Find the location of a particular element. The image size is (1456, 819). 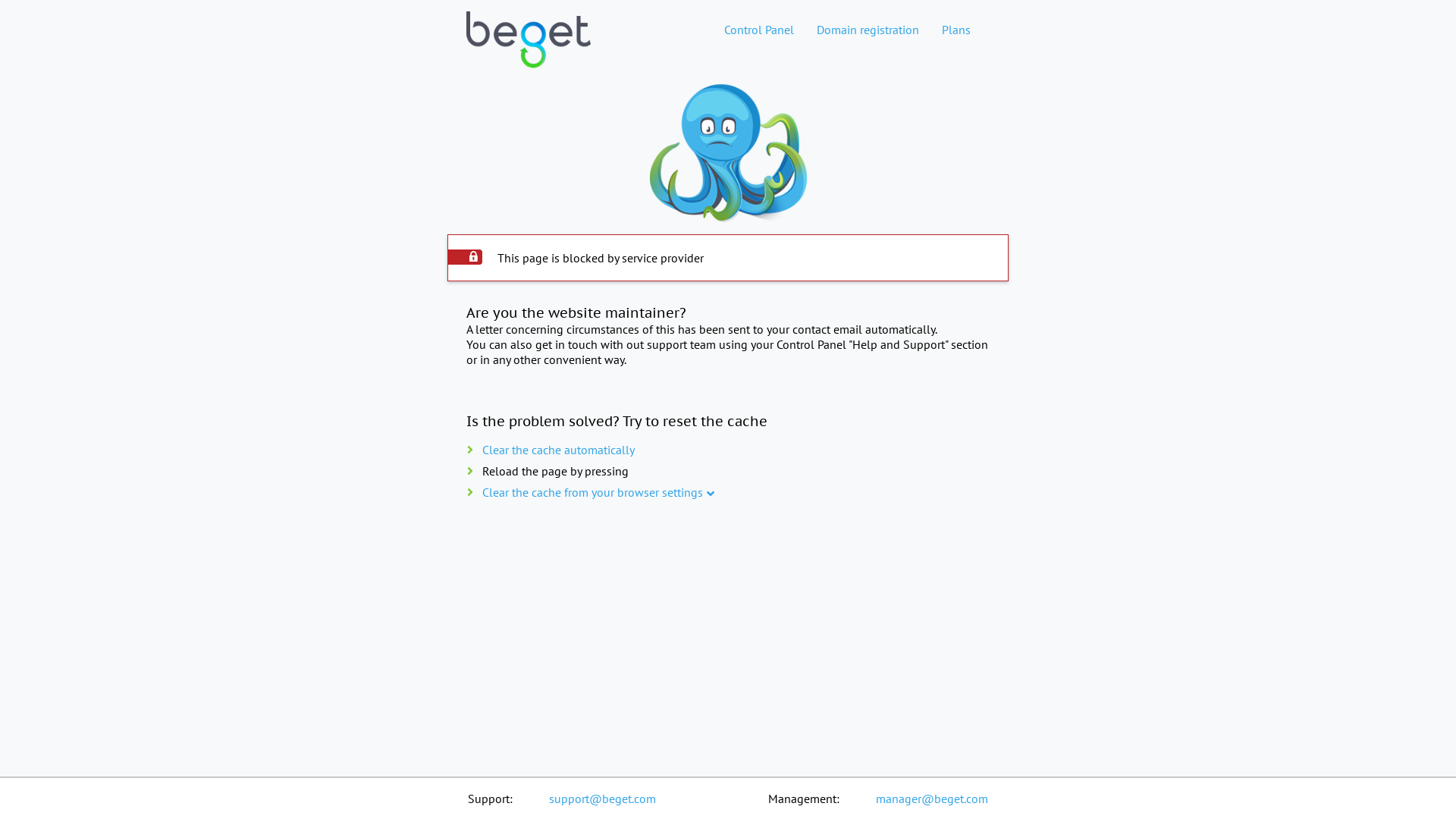

'Control Panel' is located at coordinates (759, 29).